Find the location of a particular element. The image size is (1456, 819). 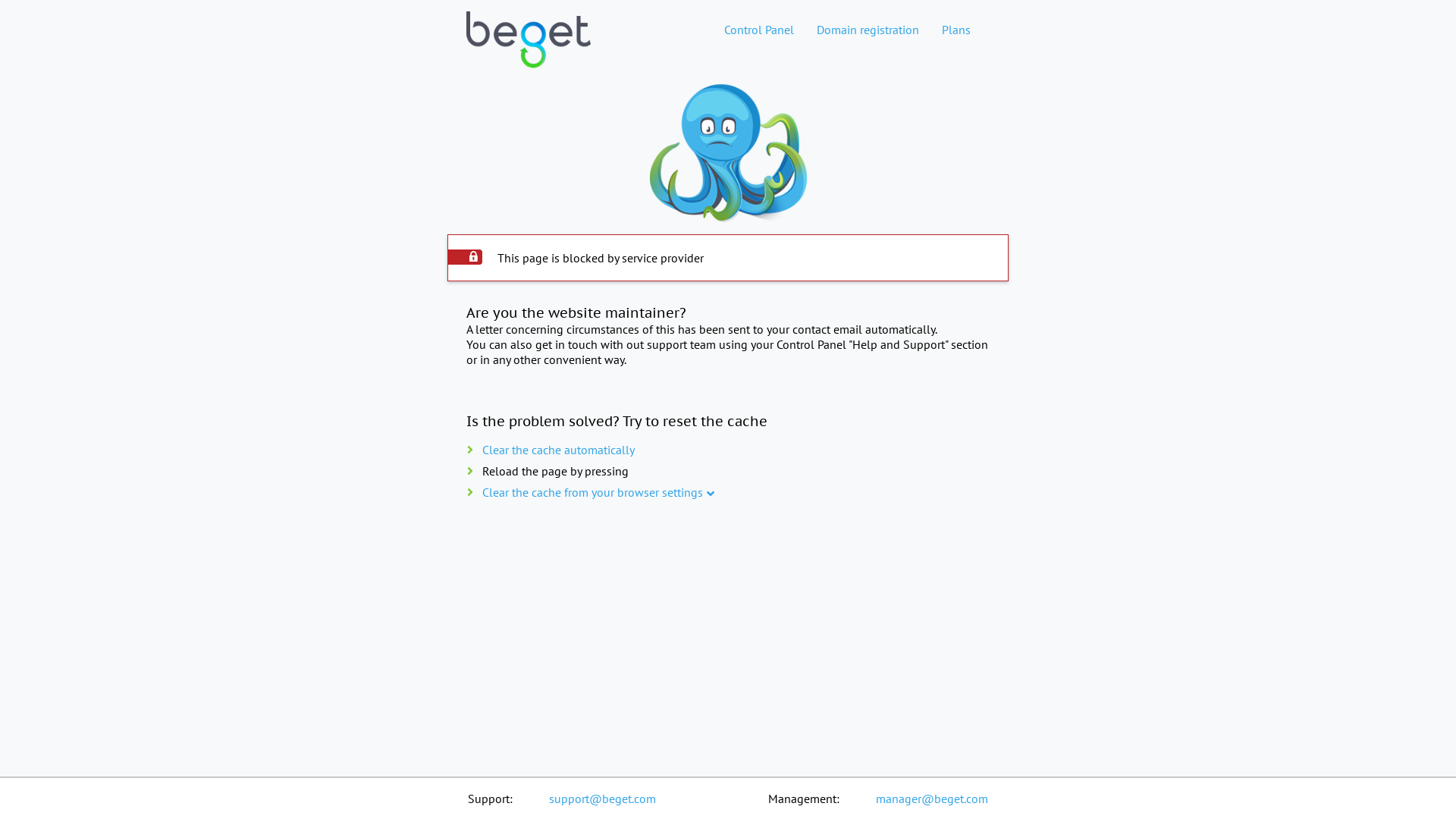

'Control Panel' is located at coordinates (759, 29).